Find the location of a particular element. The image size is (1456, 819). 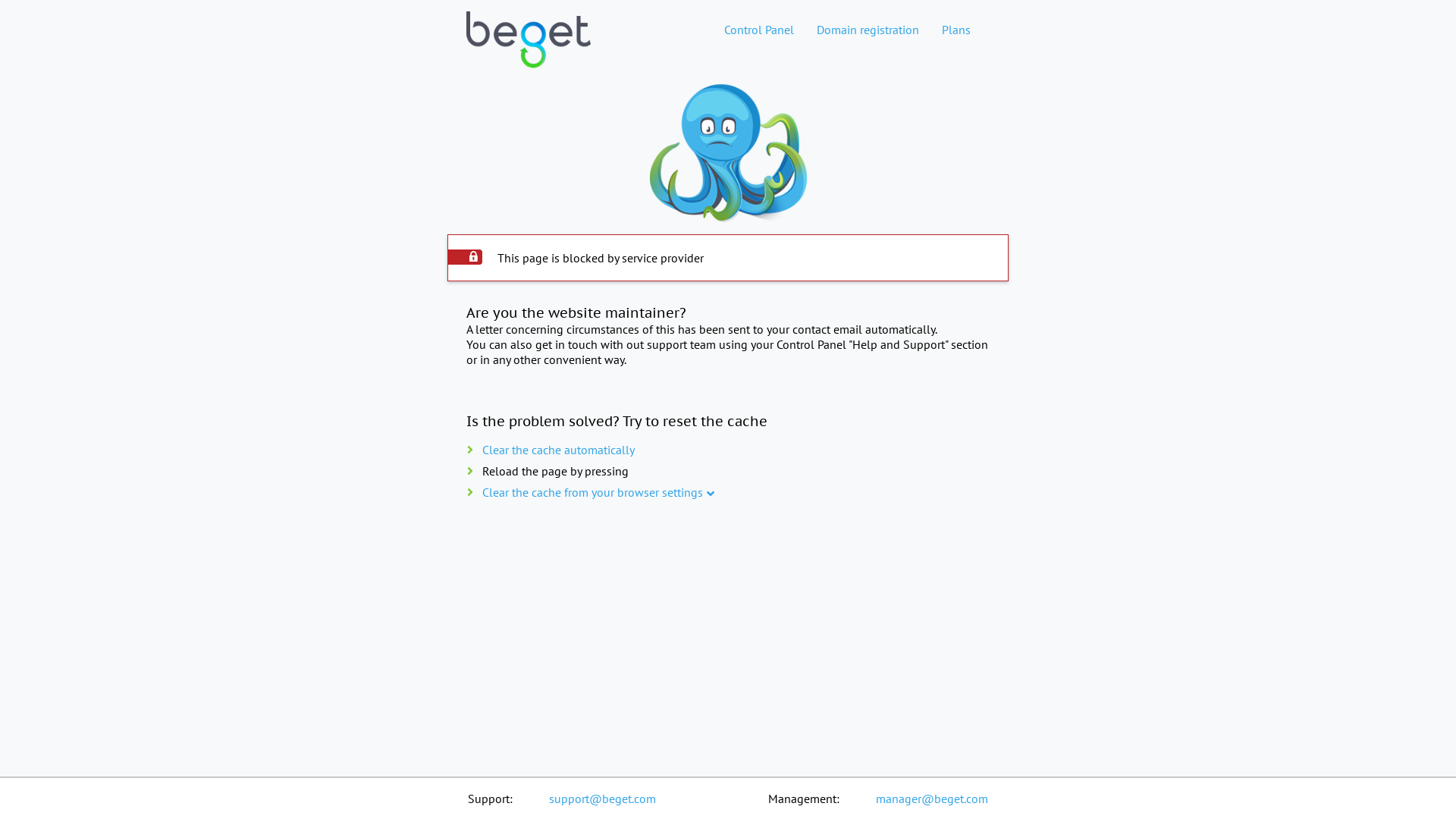

'Control Panel' is located at coordinates (759, 29).